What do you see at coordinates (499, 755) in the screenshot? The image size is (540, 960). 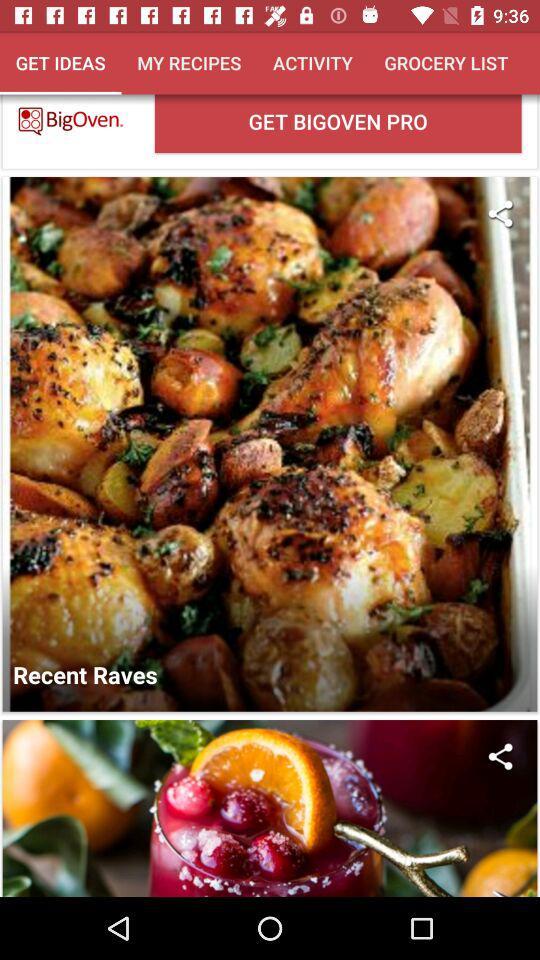 I see `share entry` at bounding box center [499, 755].